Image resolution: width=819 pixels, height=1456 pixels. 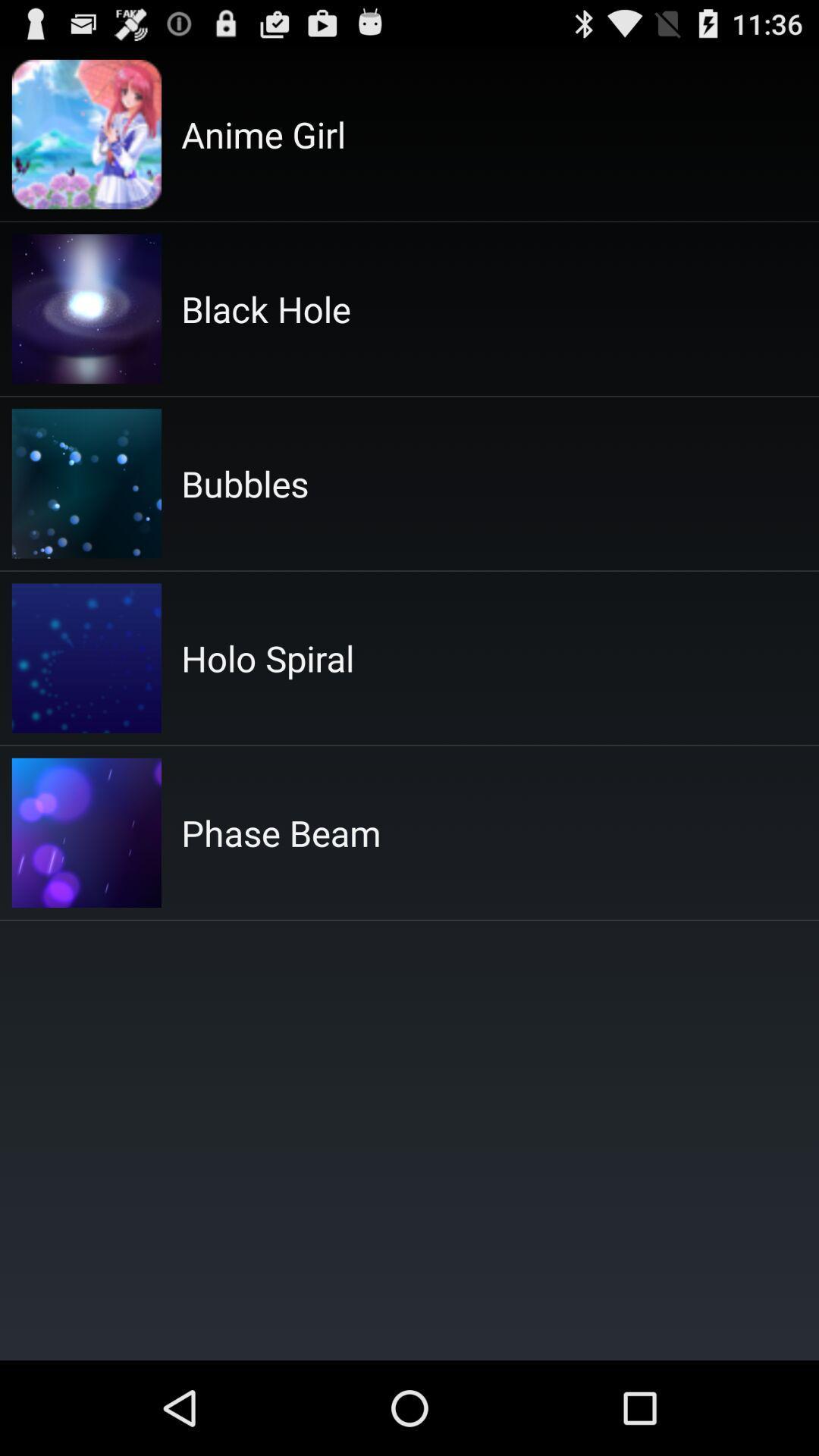 I want to click on the app at the center, so click(x=281, y=832).